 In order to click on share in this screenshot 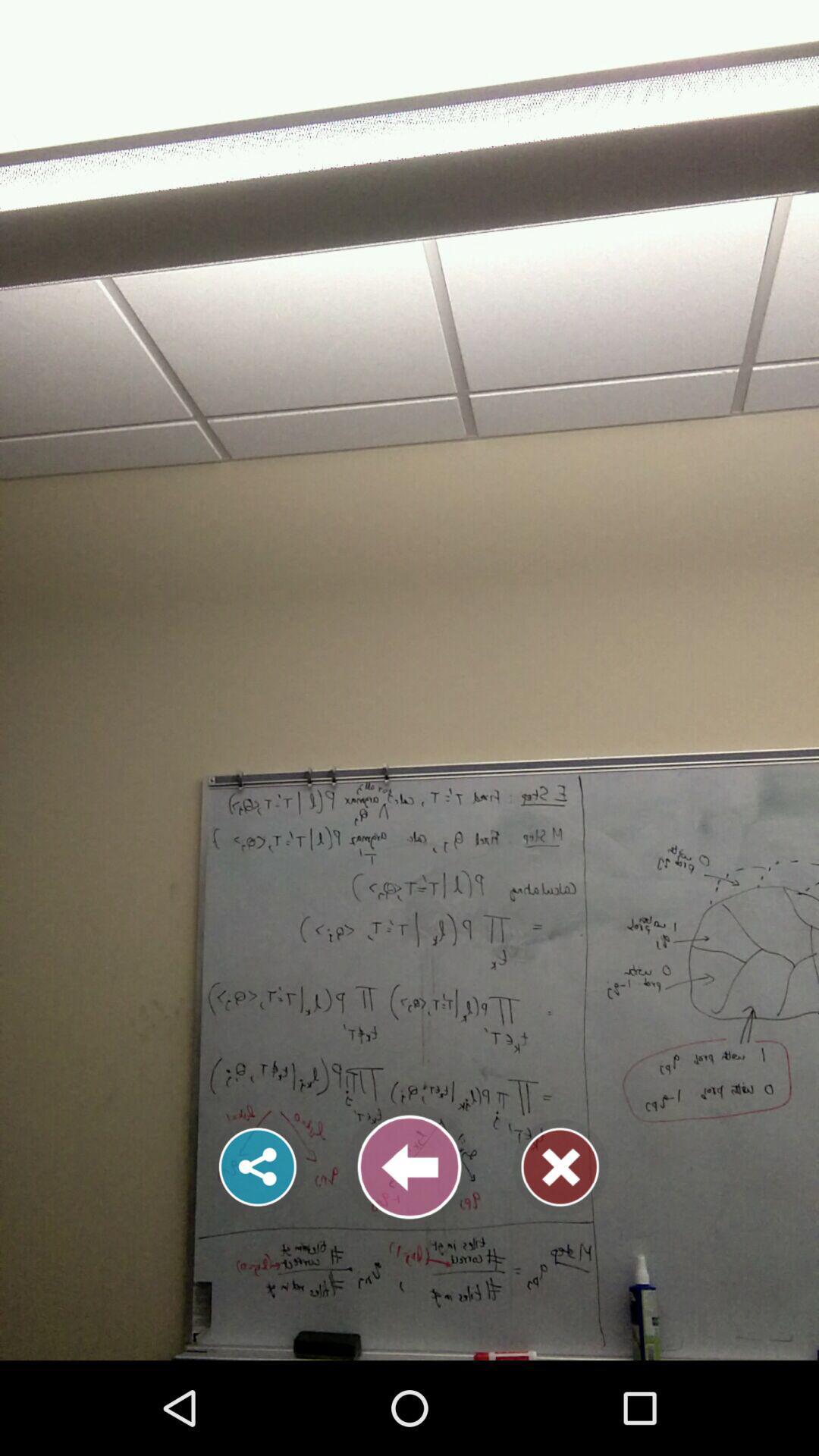, I will do `click(257, 1166)`.